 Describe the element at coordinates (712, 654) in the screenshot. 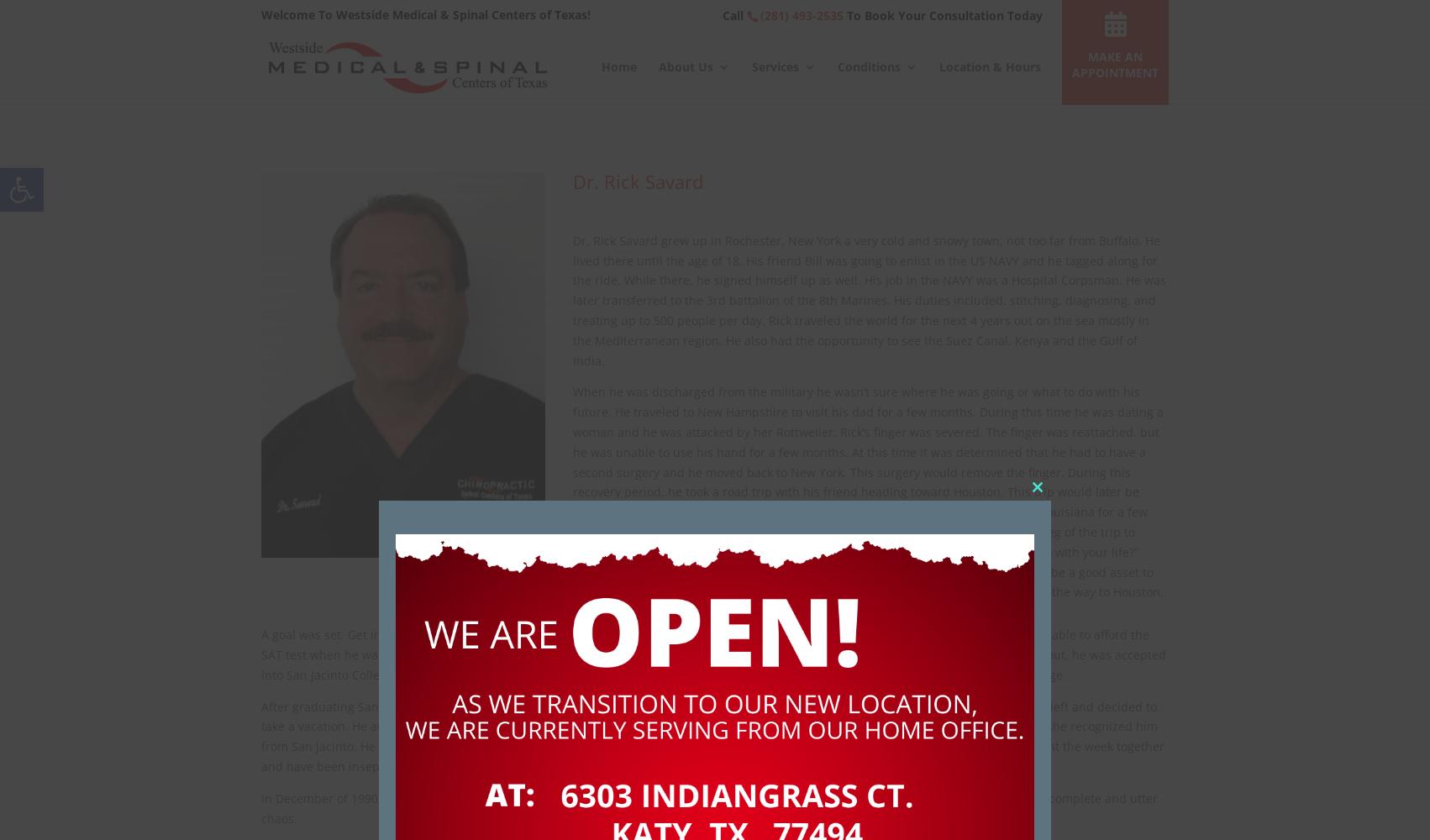

I see `'A goal was set. Get into a college and register for Chiropractic school. A deep fear resurfaced. What if he wasn’t accepted? His mom had not able to afford the SAT test when he was younger that was required to enroll, and he worried that he would not be accepted because of this test. As it turned out, he was accepted into San Jacinto College. They had all the prerequisites, including the premed classes that were needed to enroll at Texas Chiropractic College.'` at that location.